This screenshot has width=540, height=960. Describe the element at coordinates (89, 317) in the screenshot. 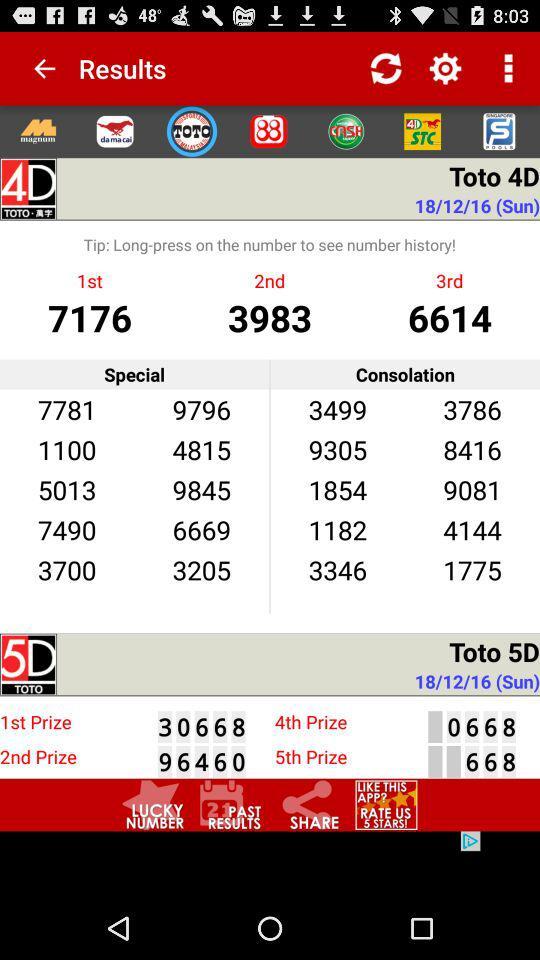

I see `the icon to the left of the 3983 icon` at that location.